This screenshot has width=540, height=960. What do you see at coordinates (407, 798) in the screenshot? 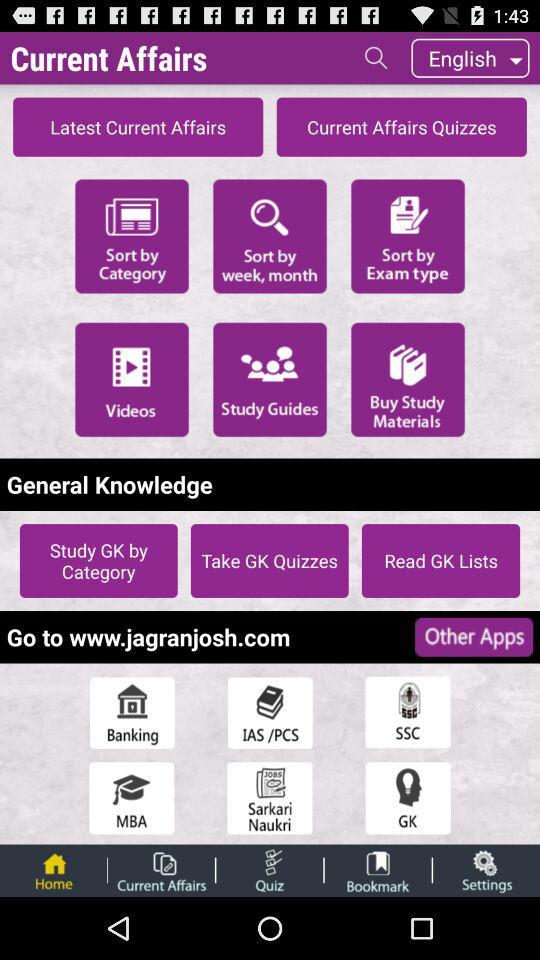
I see `gk` at bounding box center [407, 798].